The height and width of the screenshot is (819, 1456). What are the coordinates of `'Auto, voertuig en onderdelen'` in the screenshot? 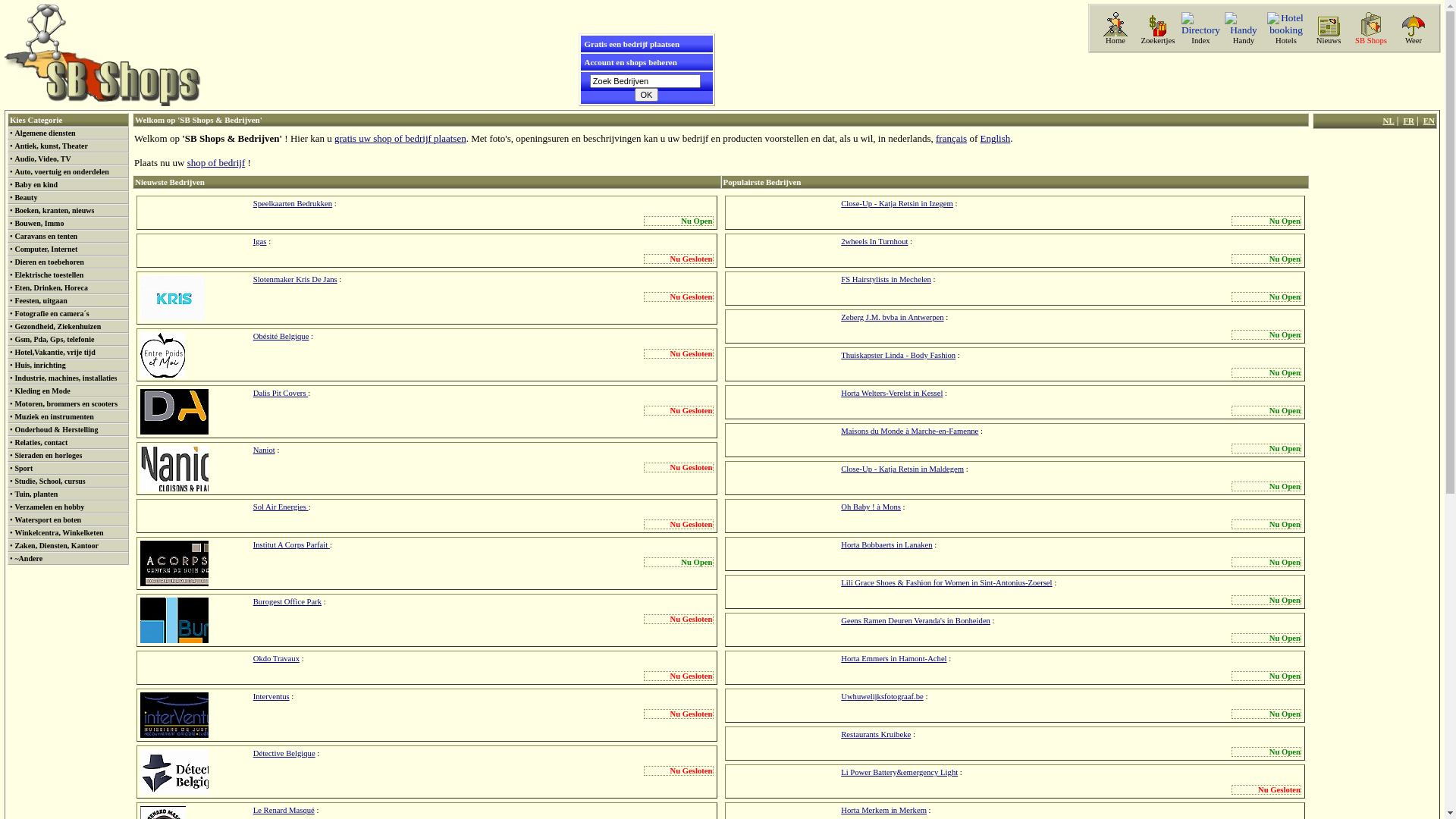 It's located at (14, 171).